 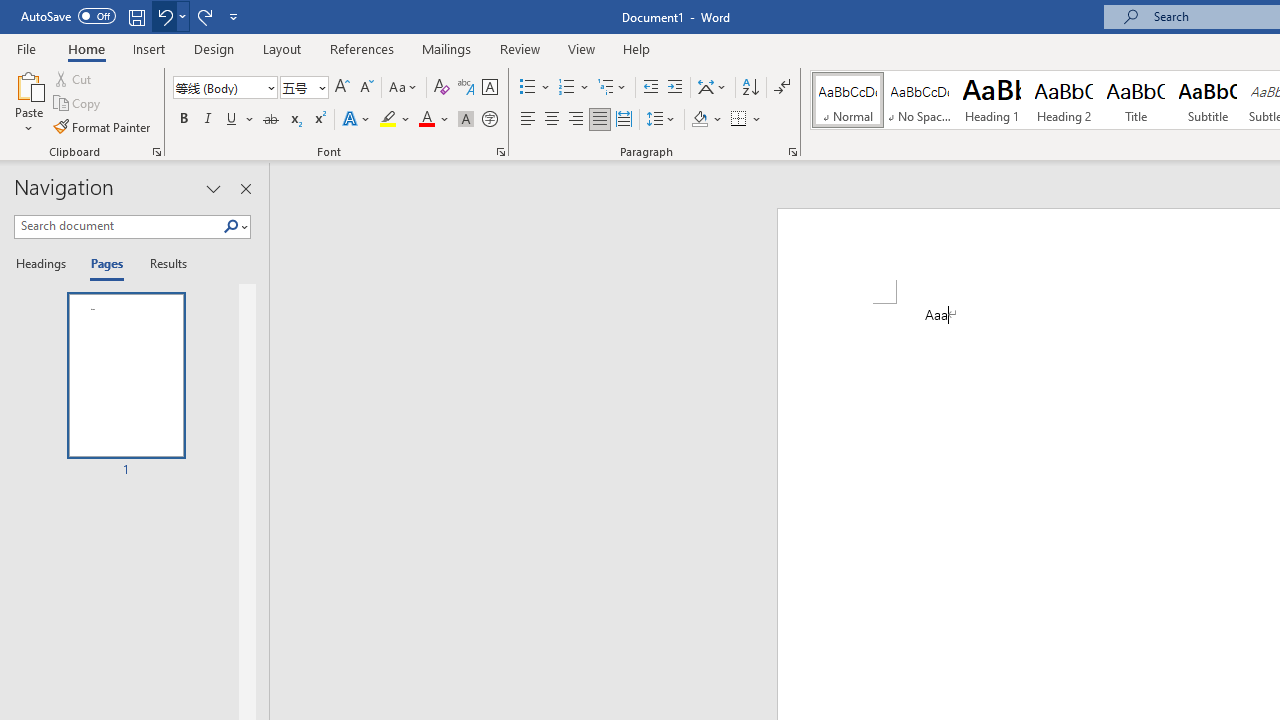 What do you see at coordinates (78, 103) in the screenshot?
I see `'Copy'` at bounding box center [78, 103].